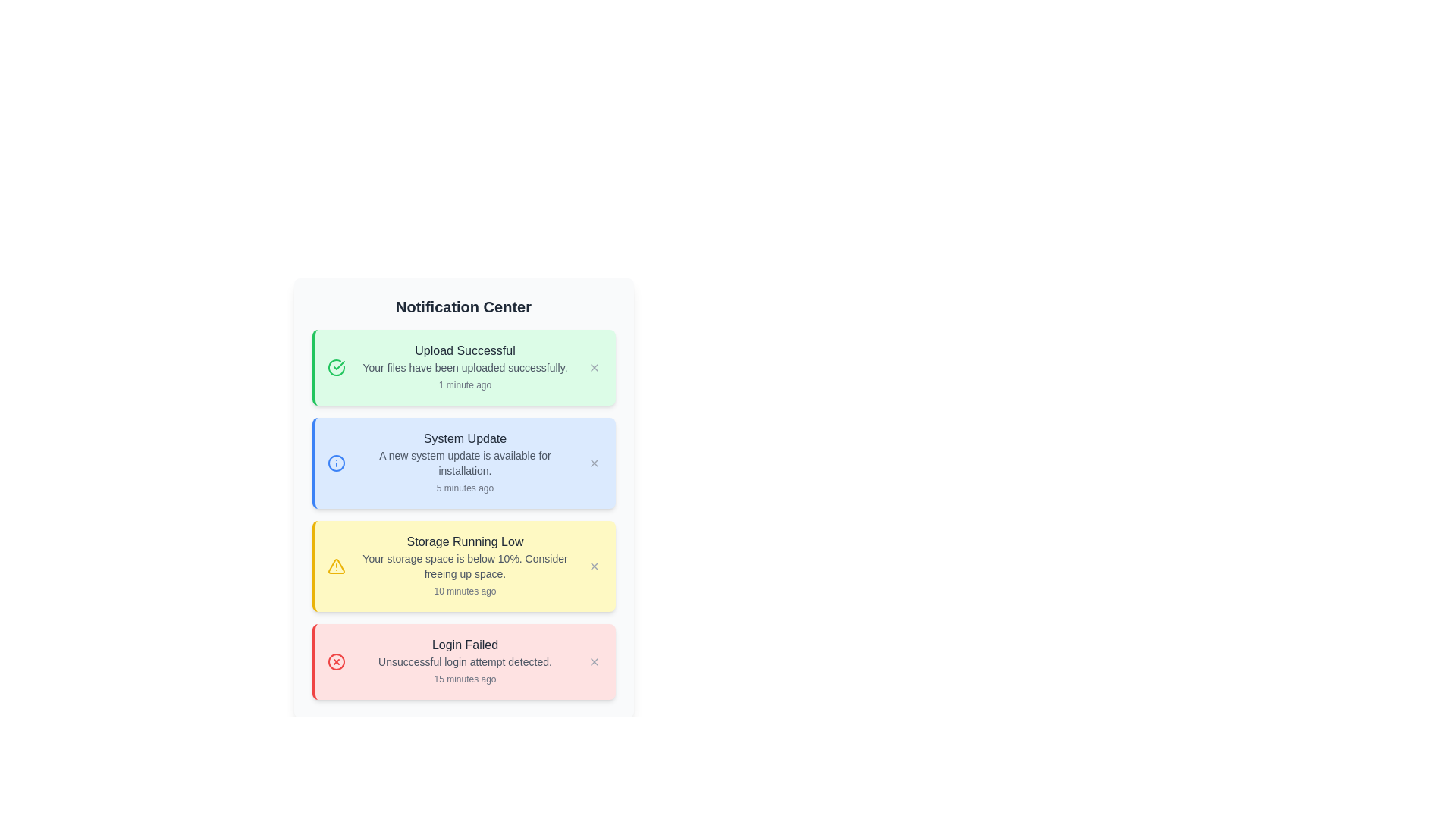 The width and height of the screenshot is (1456, 819). Describe the element at coordinates (464, 678) in the screenshot. I see `the text label that displays the relative time of the 'Login Failed' notification, positioned at the bottom of the notification card` at that location.